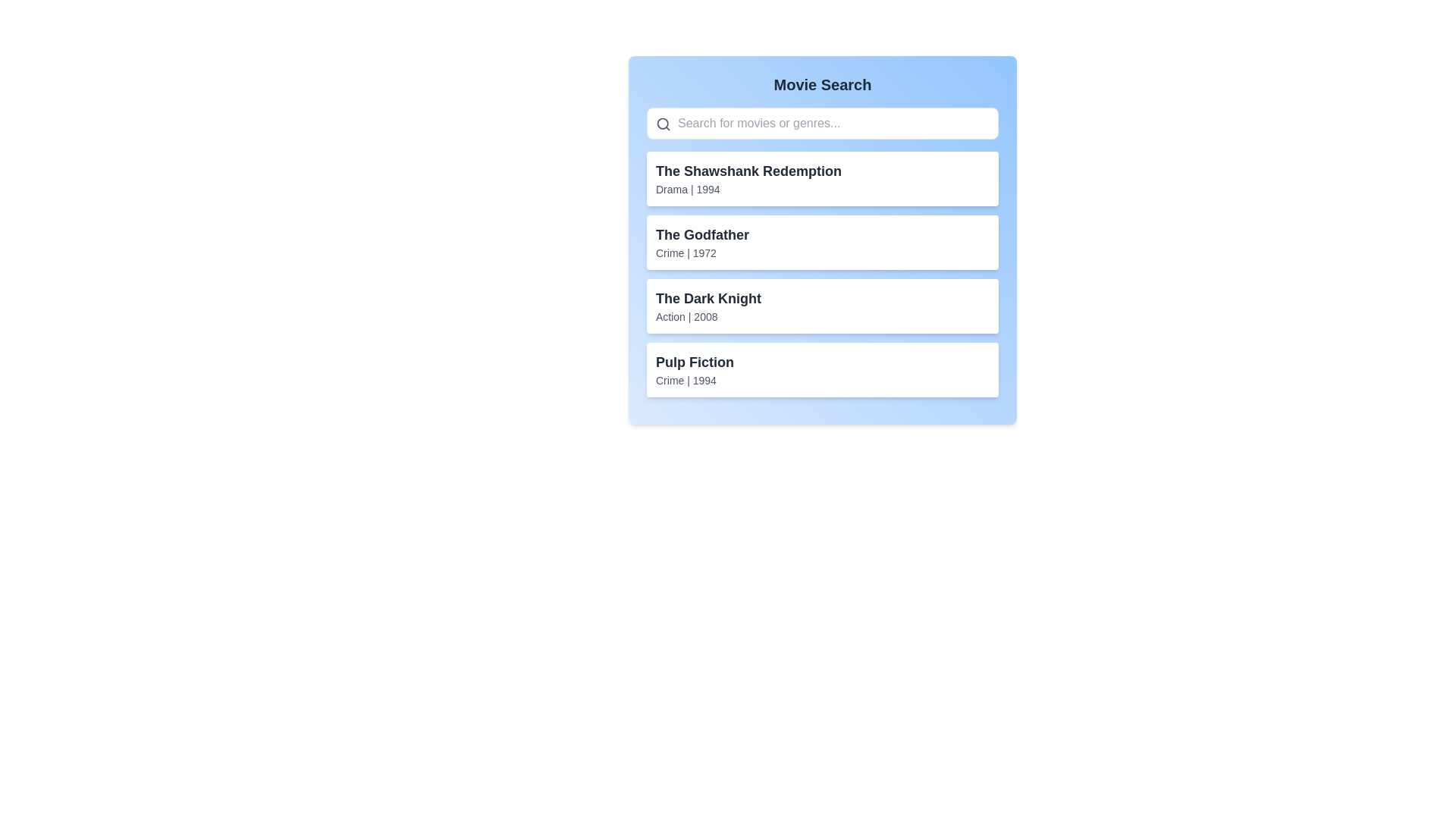 Image resolution: width=1456 pixels, height=819 pixels. What do you see at coordinates (708, 315) in the screenshot?
I see `the metadata text label displaying the genre 'Action' and release year '2008', which is positioned below the 'The Dark Knight' text in the movie entry list` at bounding box center [708, 315].